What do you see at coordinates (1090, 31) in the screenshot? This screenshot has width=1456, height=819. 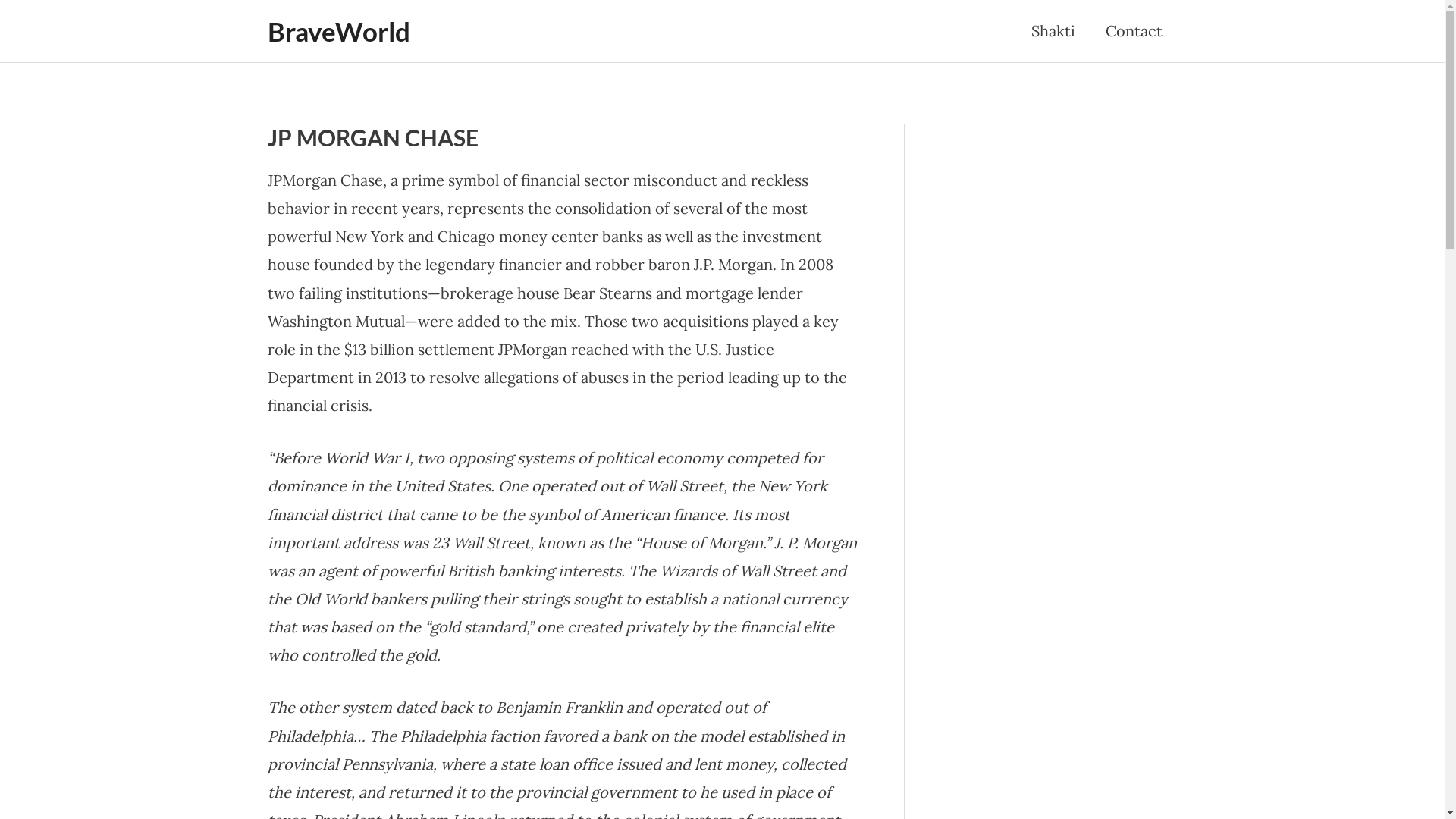 I see `'Contact'` at bounding box center [1090, 31].